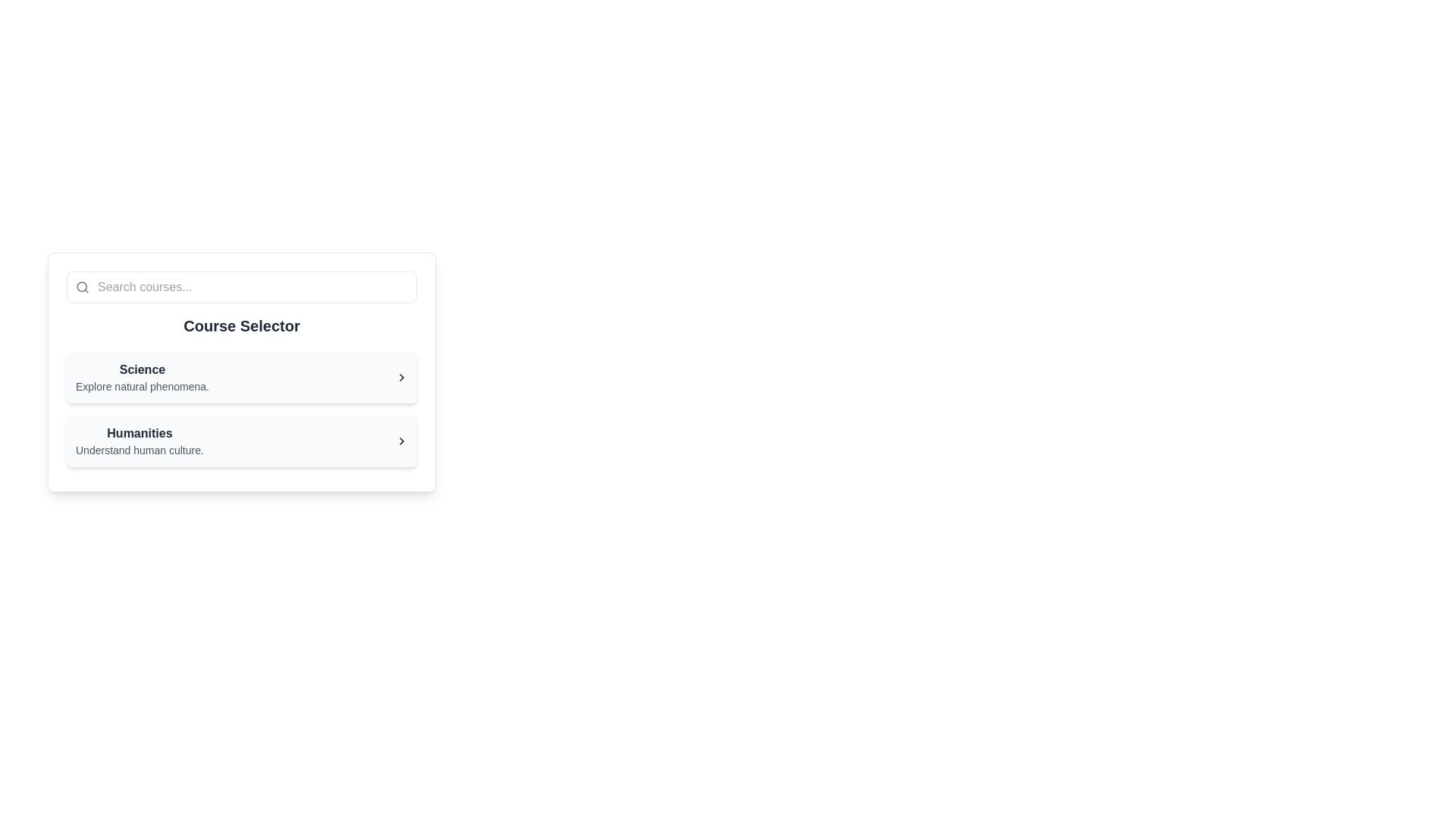 The height and width of the screenshot is (819, 1456). Describe the element at coordinates (240, 372) in the screenshot. I see `the first selectable card representing the 'Science' category within the course navigation interface under the 'Course Selector' title` at that location.